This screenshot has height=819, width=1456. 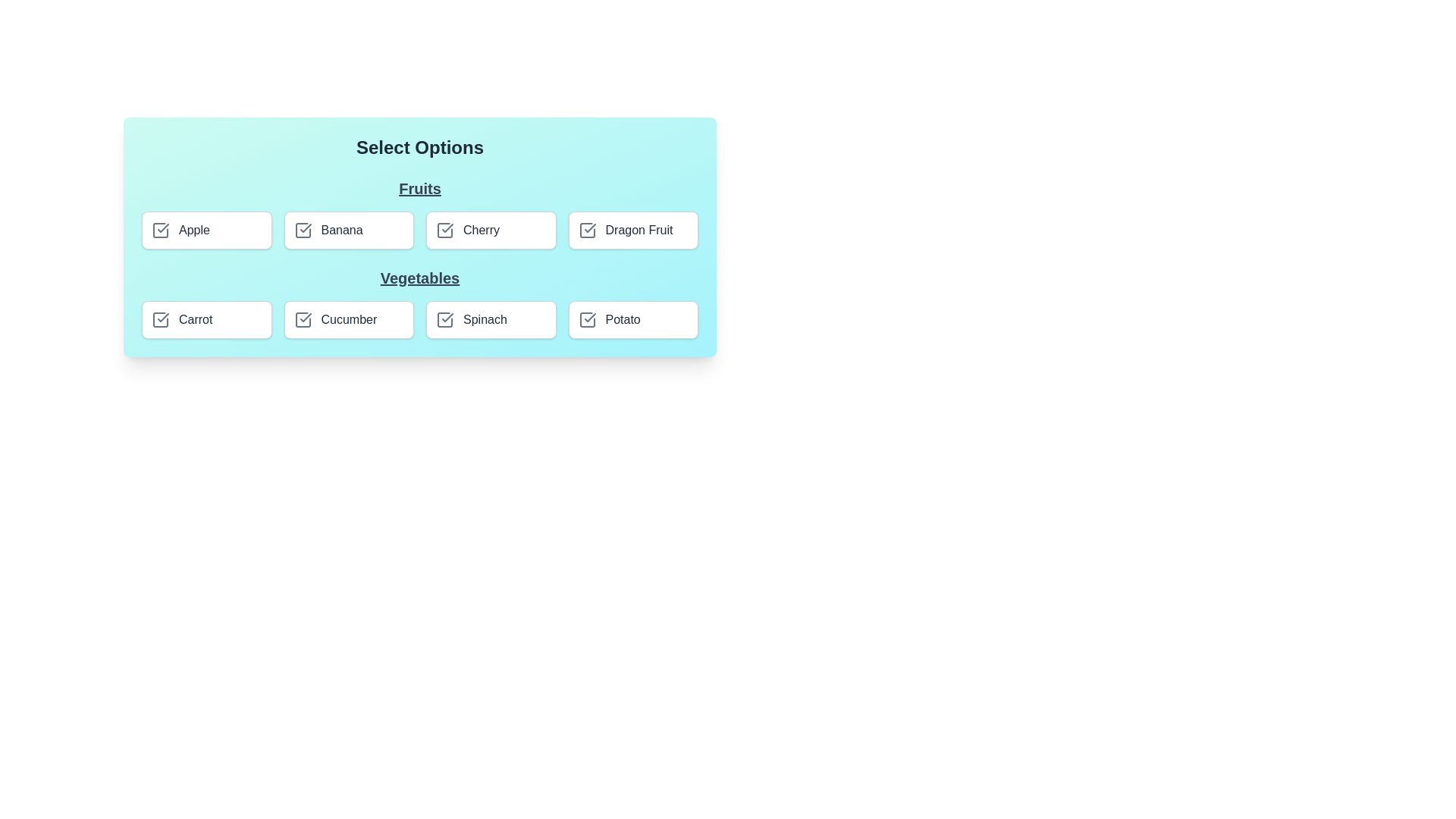 I want to click on the checkbox labeled 'Banana', so click(x=348, y=231).